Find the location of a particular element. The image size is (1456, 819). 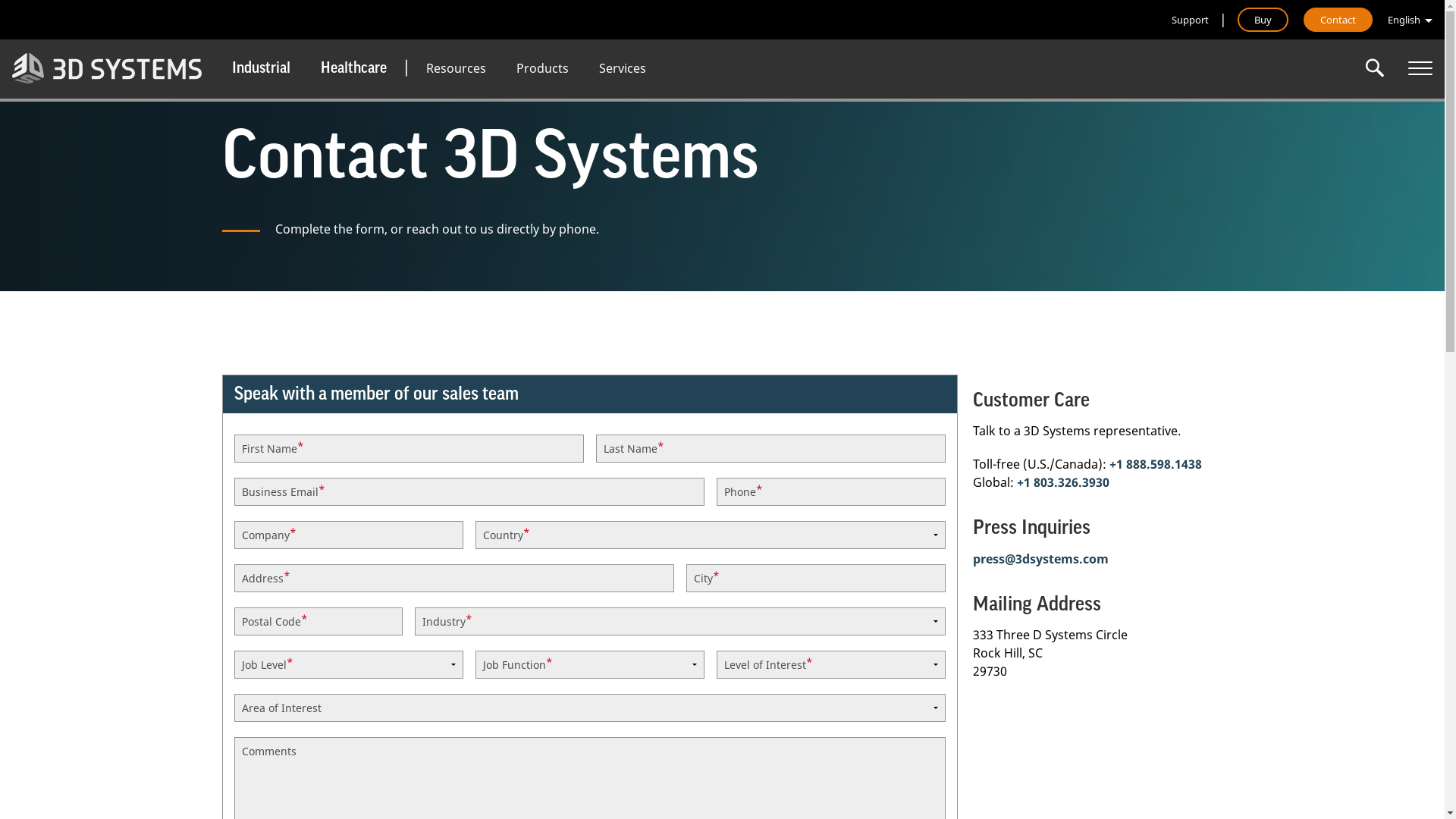

'Healthcare' is located at coordinates (353, 67).